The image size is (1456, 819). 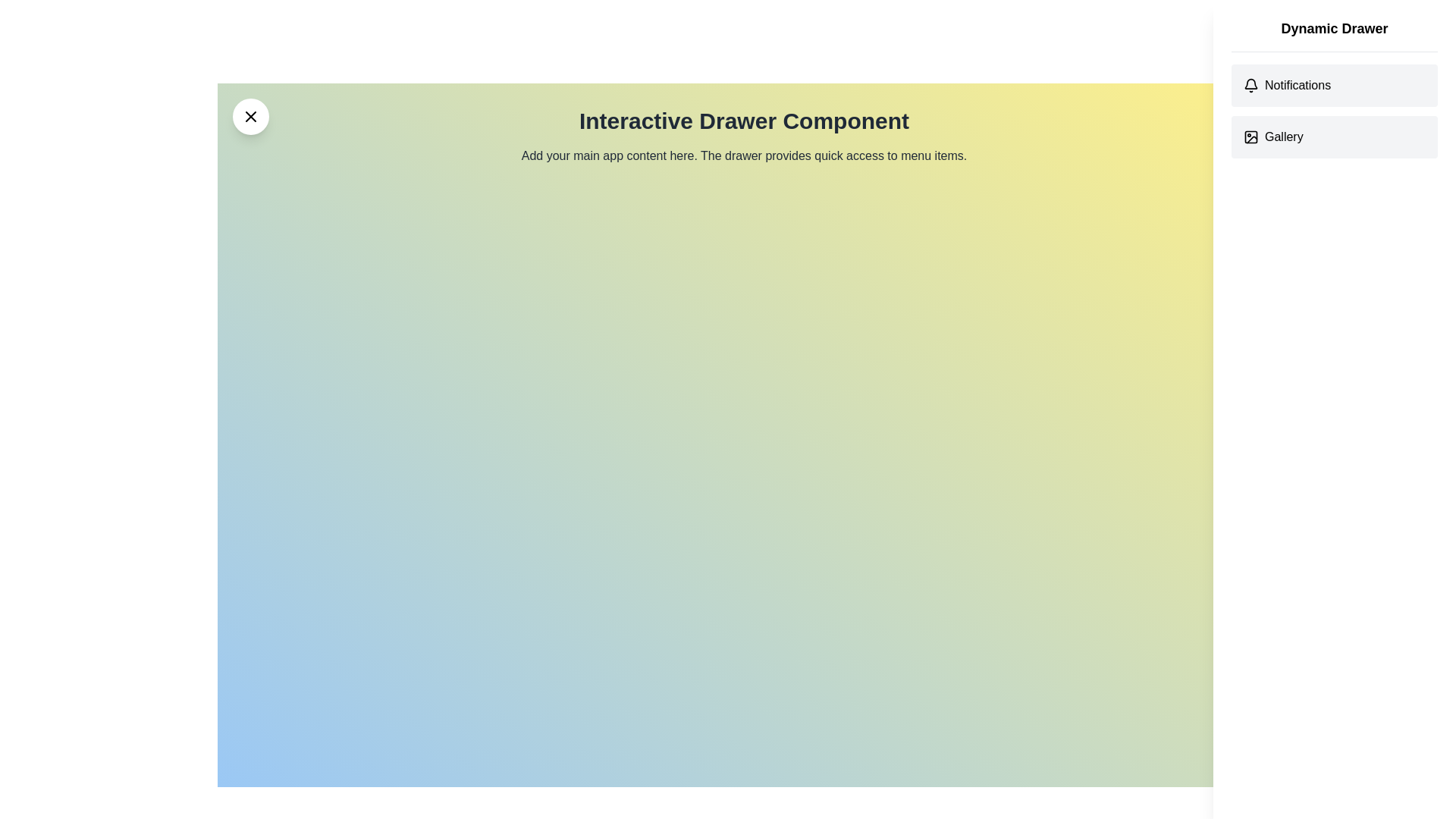 I want to click on the icon in the drawer menu representing the 'Gallery' functionality, located in the middle-right section next to the text item labeled 'Gallery', so click(x=1251, y=137).